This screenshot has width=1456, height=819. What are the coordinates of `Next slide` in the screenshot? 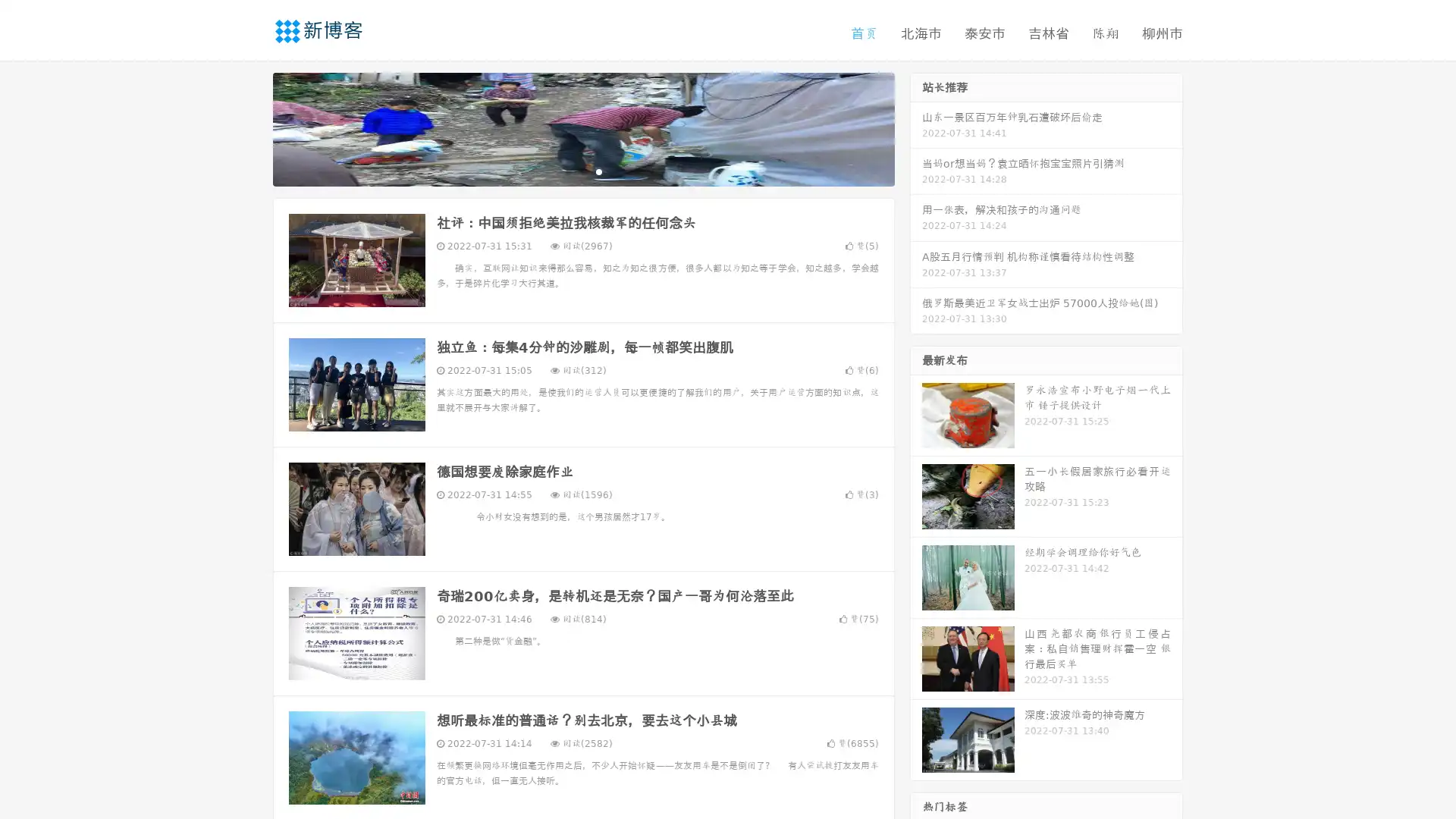 It's located at (916, 127).